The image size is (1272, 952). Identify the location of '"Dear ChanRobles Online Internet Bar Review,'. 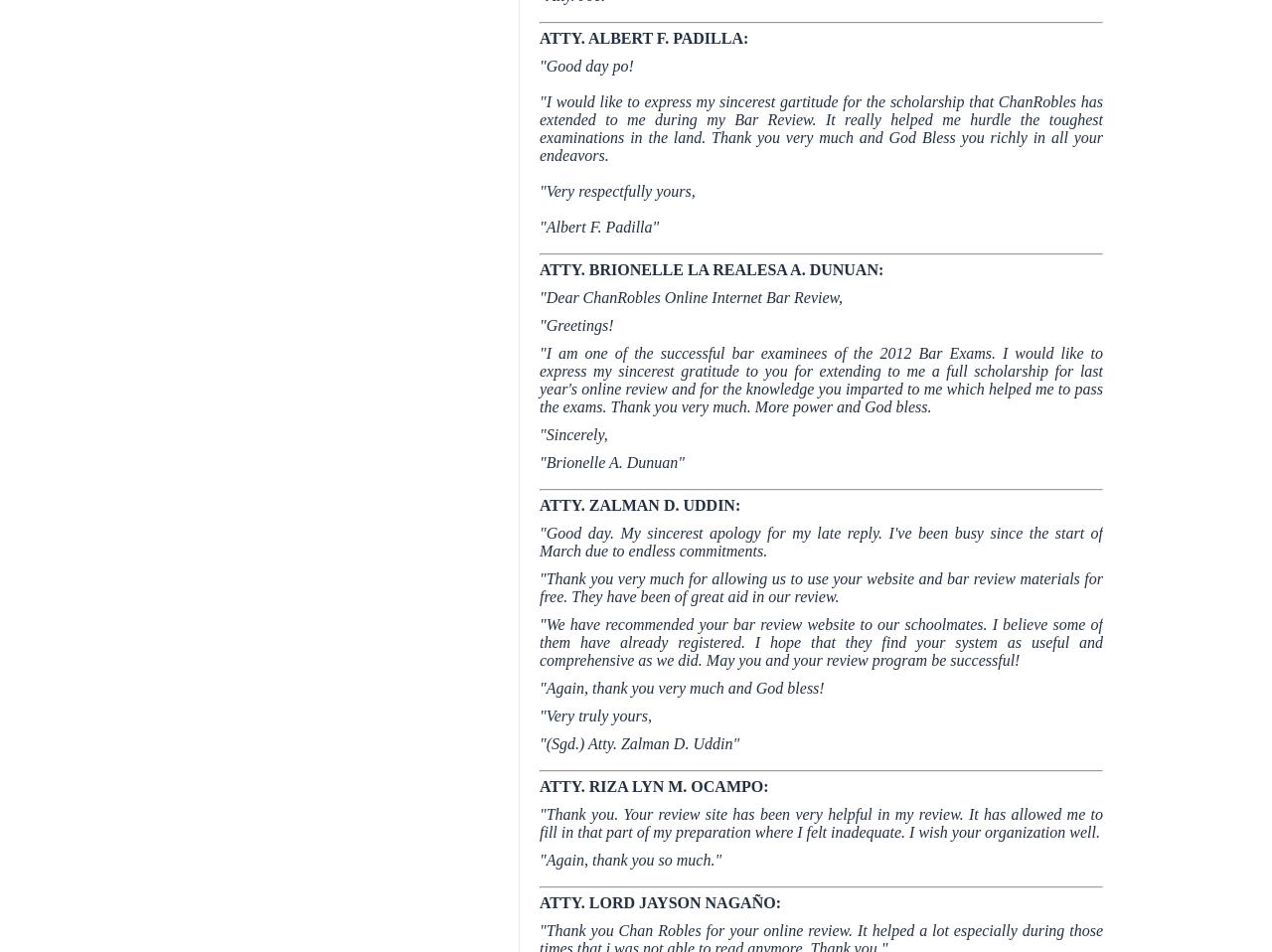
(691, 297).